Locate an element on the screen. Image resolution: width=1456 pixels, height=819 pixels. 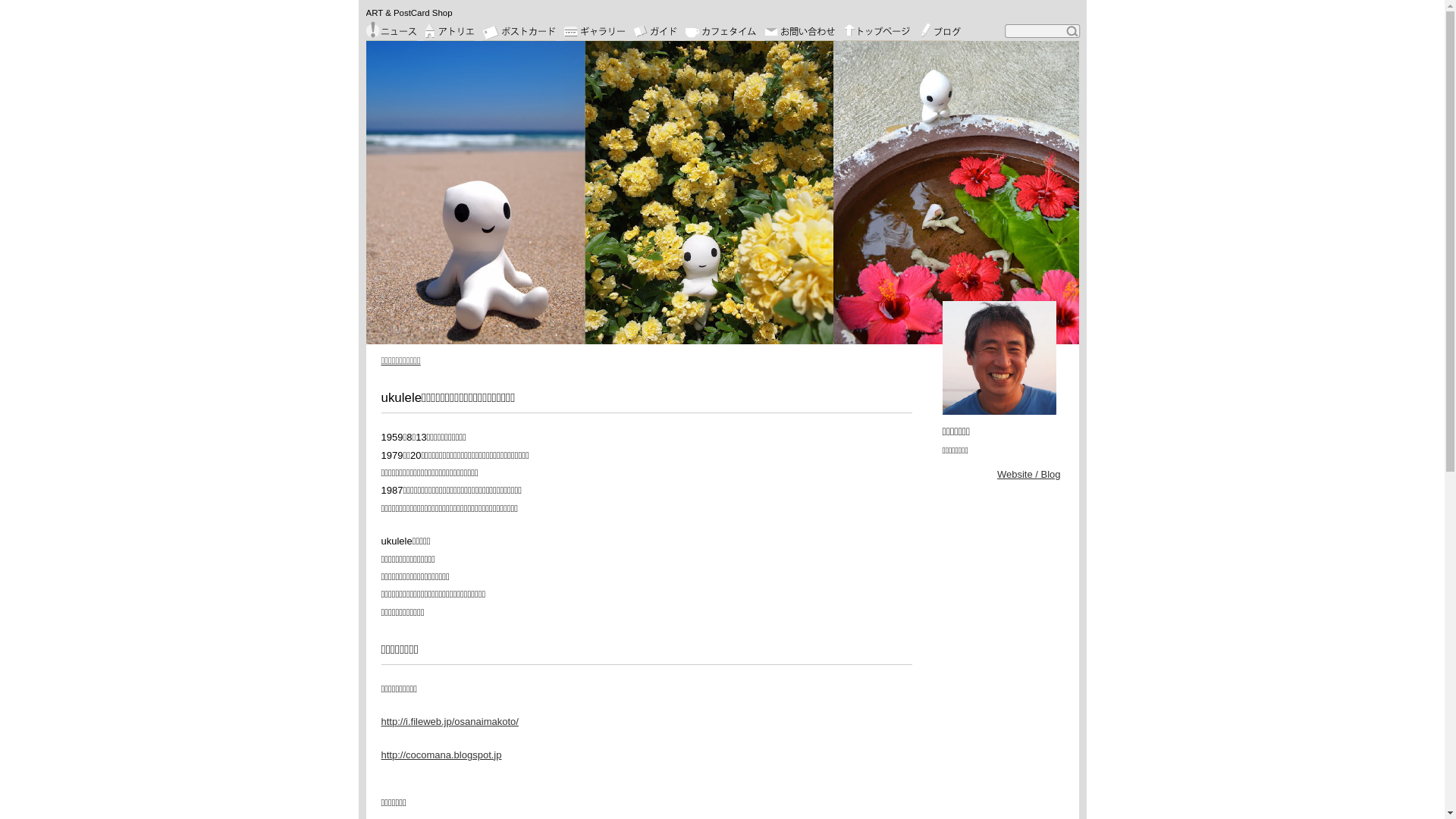
'http://cocomana.blogspot.jp' is located at coordinates (440, 755).